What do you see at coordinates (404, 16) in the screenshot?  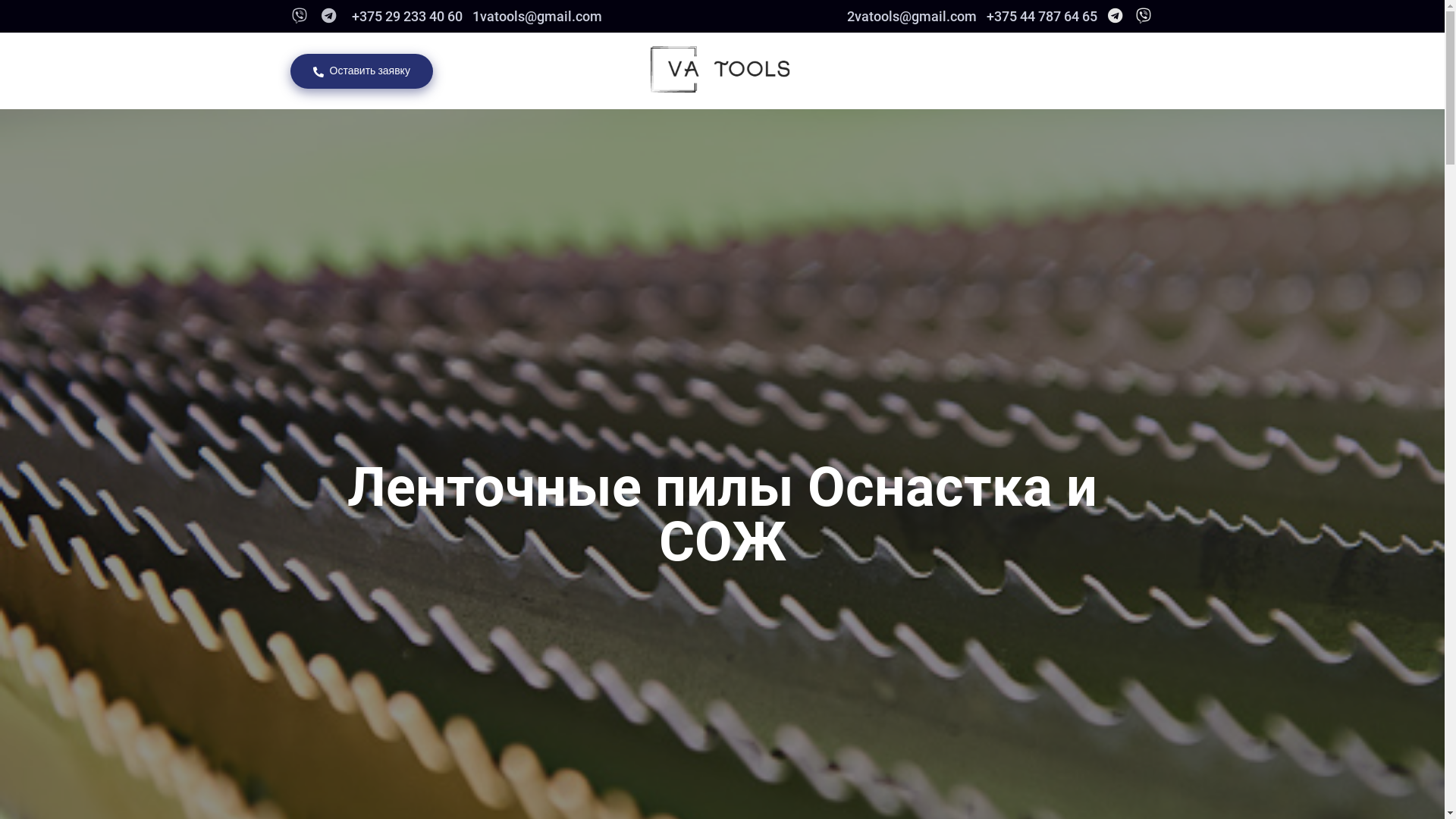 I see `'+375 29 233 40 60'` at bounding box center [404, 16].